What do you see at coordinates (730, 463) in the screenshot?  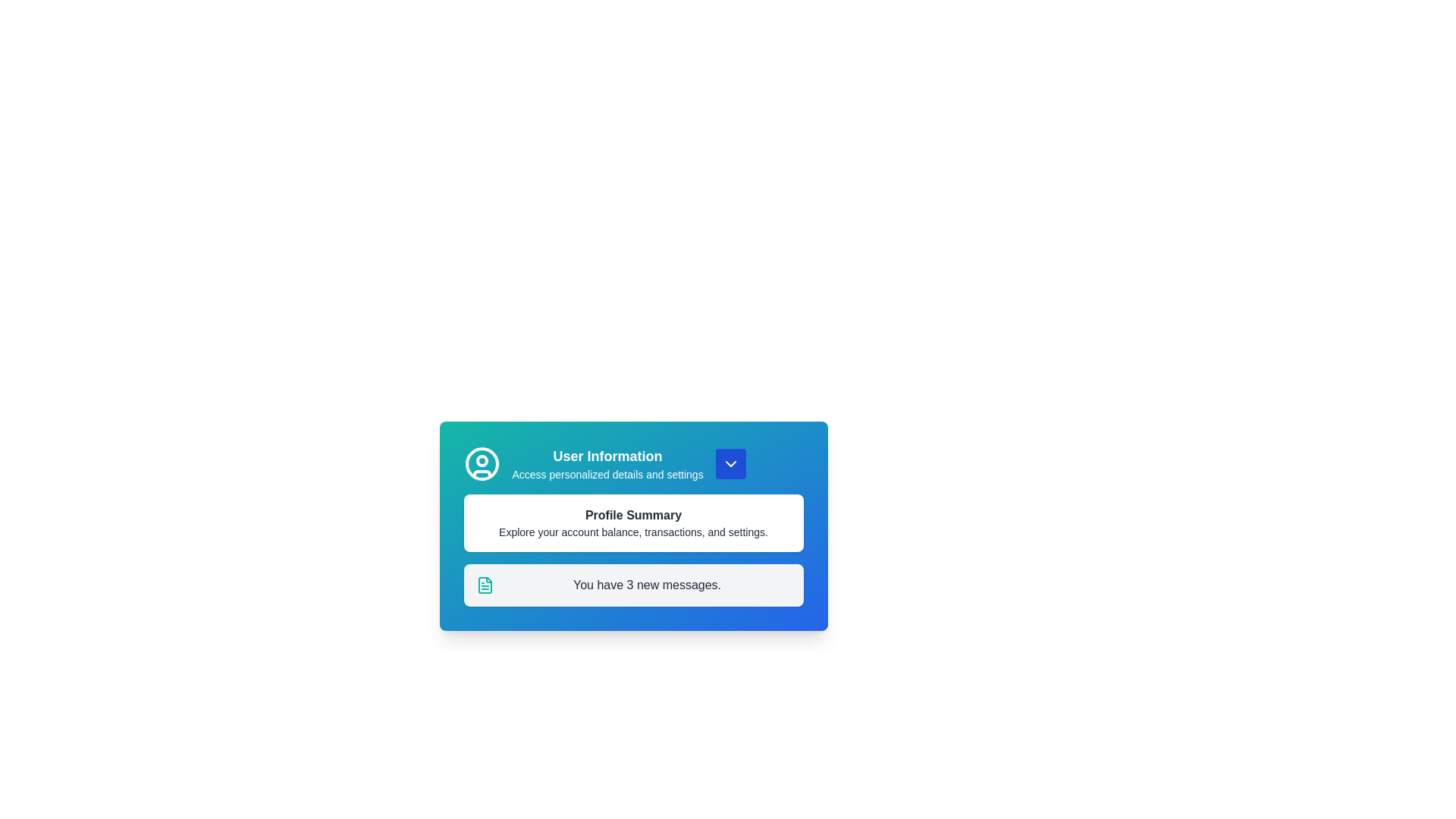 I see `the downward-pointing chevron icon with a blue background and white strokes, located in the top-right corner of the user information card` at bounding box center [730, 463].